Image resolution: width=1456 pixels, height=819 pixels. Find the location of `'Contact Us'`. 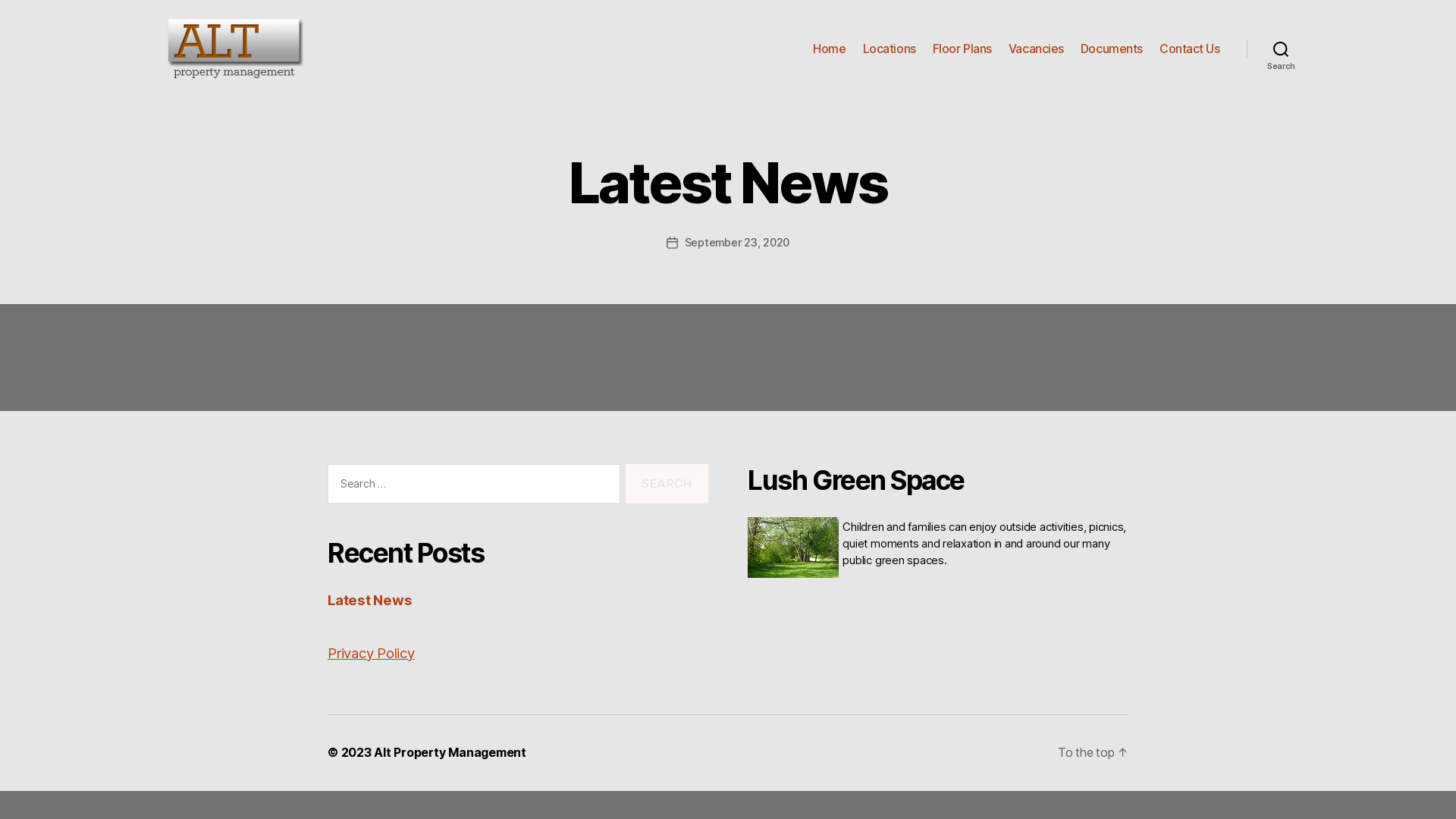

'Contact Us' is located at coordinates (1189, 48).